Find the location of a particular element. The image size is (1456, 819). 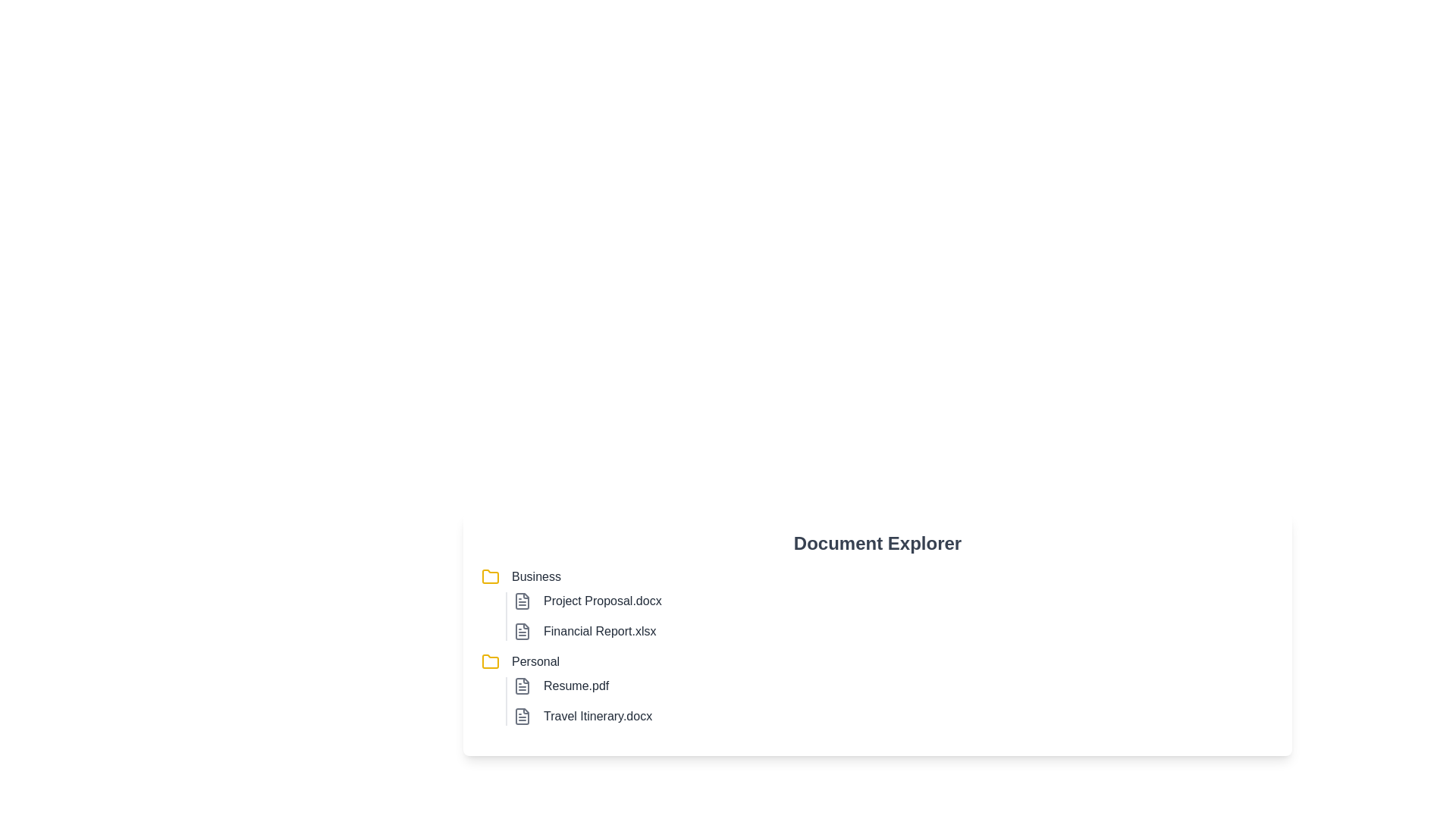

the folder icon, which is depicted with a yellow color and symbolizes a directory, located to the left of the text 'Personal' is located at coordinates (491, 661).